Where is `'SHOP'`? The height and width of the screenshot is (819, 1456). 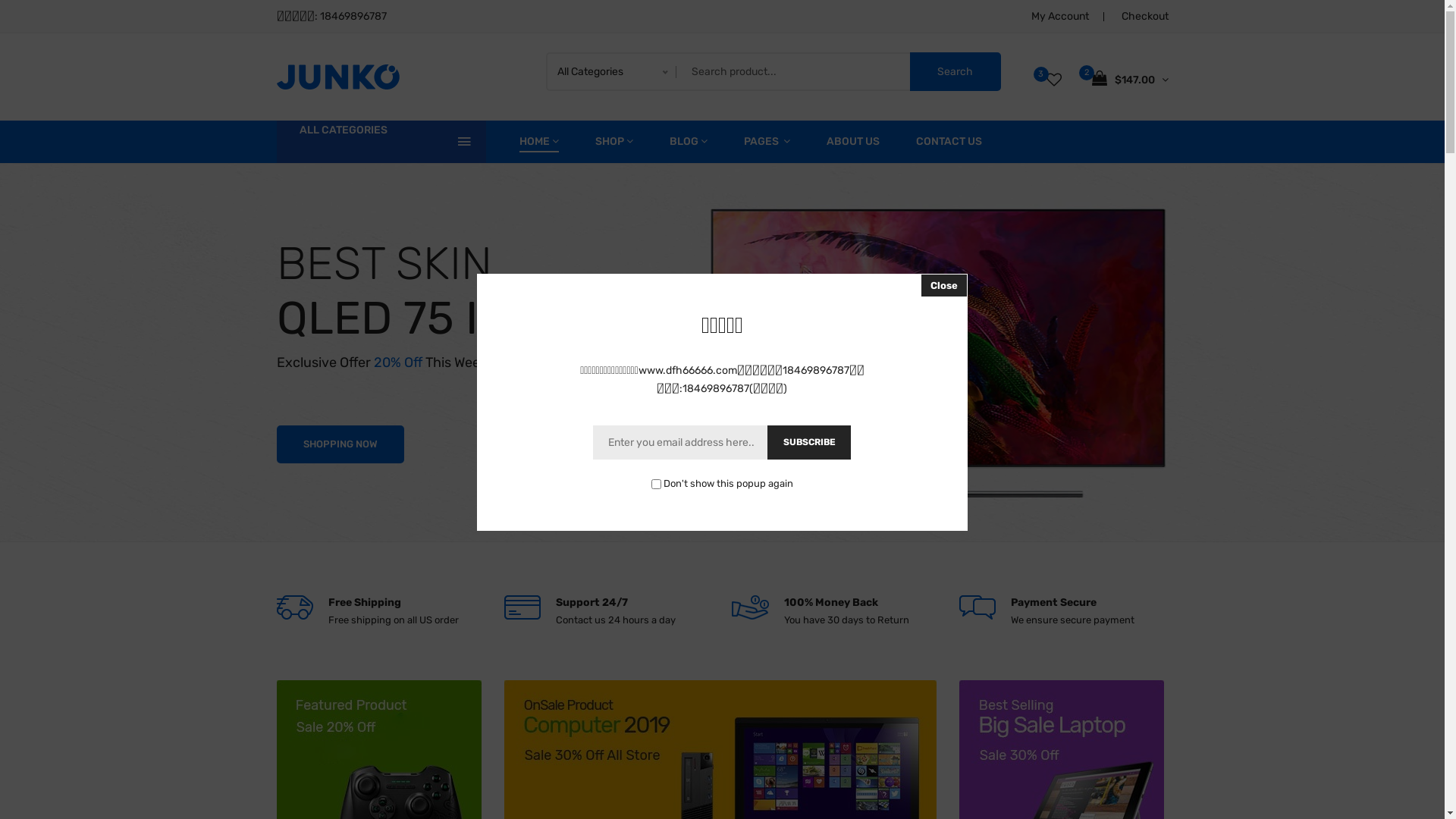
'SHOP' is located at coordinates (613, 141).